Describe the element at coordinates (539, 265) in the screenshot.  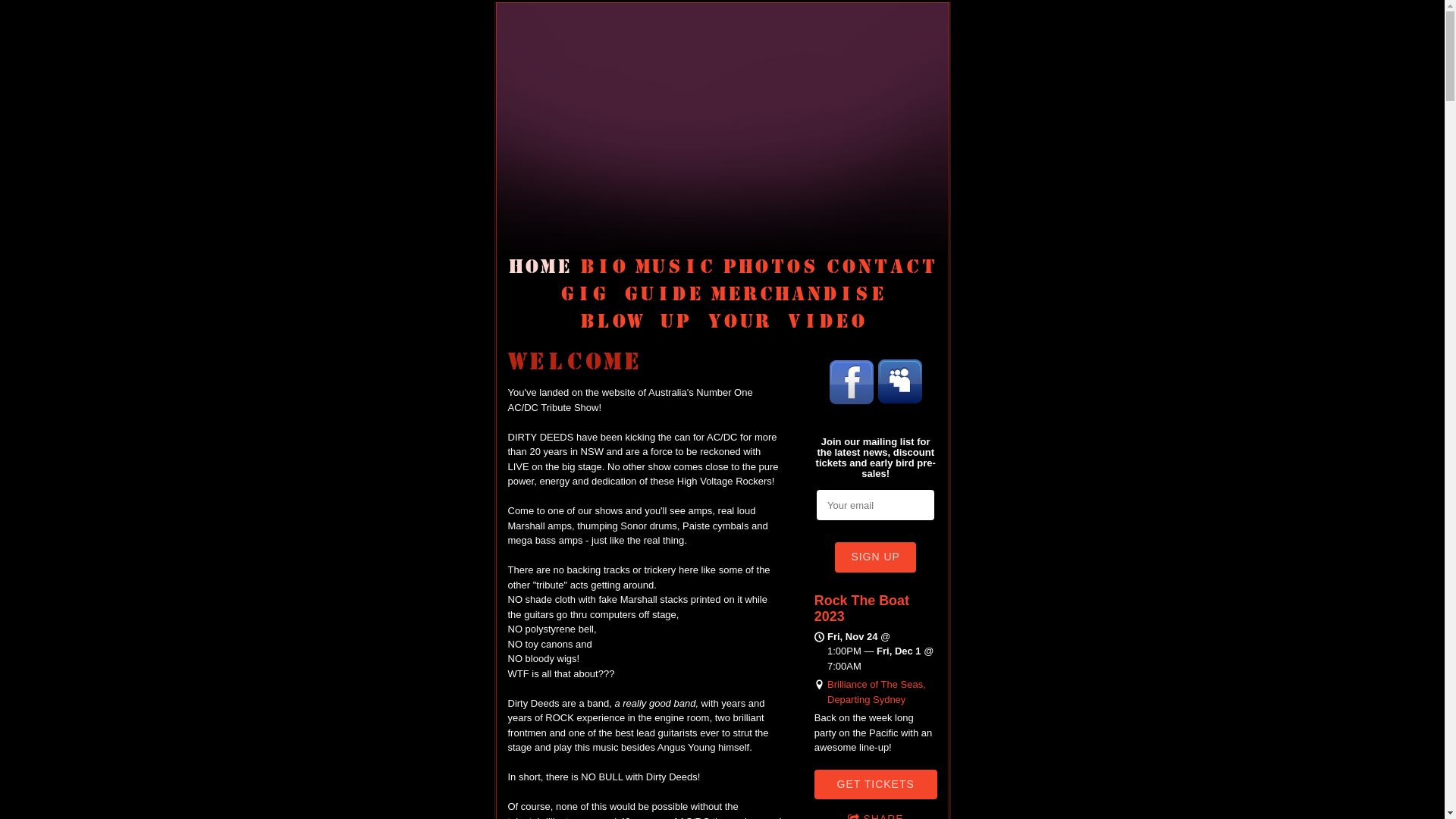
I see `'Home'` at that location.